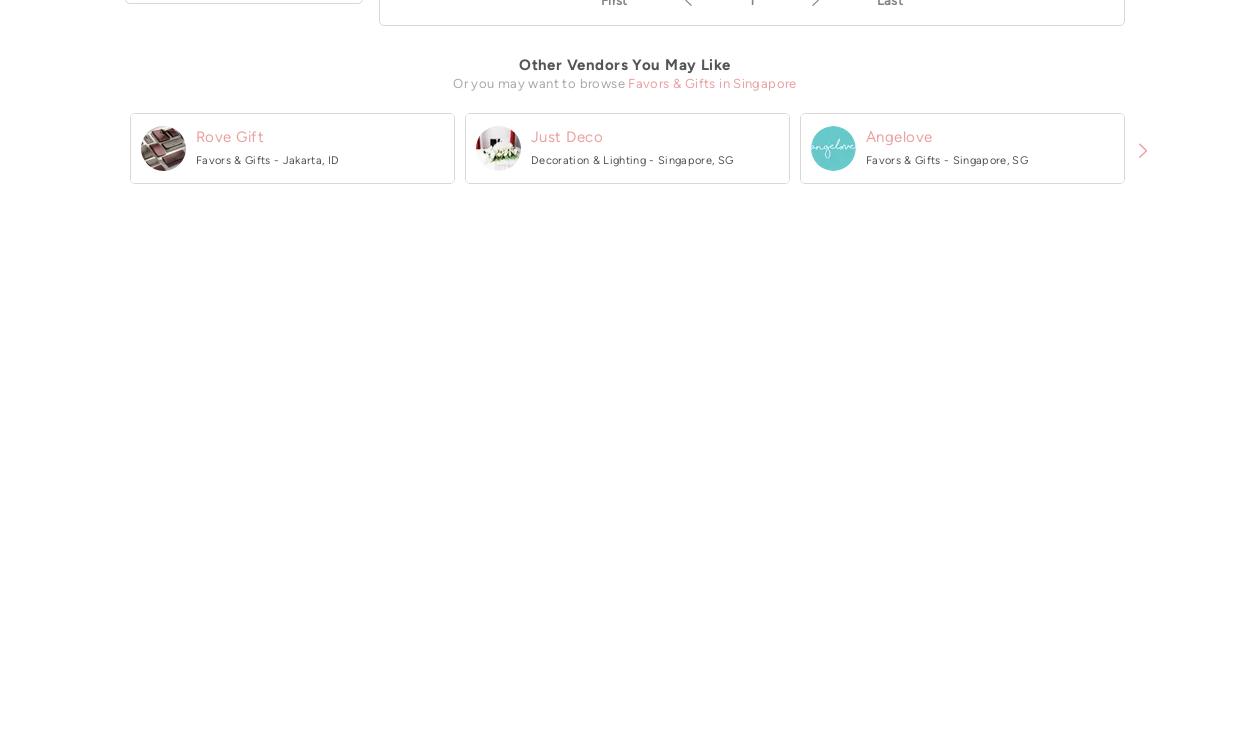 Image resolution: width=1250 pixels, height=753 pixels. What do you see at coordinates (519, 64) in the screenshot?
I see `'Other vendors you may like'` at bounding box center [519, 64].